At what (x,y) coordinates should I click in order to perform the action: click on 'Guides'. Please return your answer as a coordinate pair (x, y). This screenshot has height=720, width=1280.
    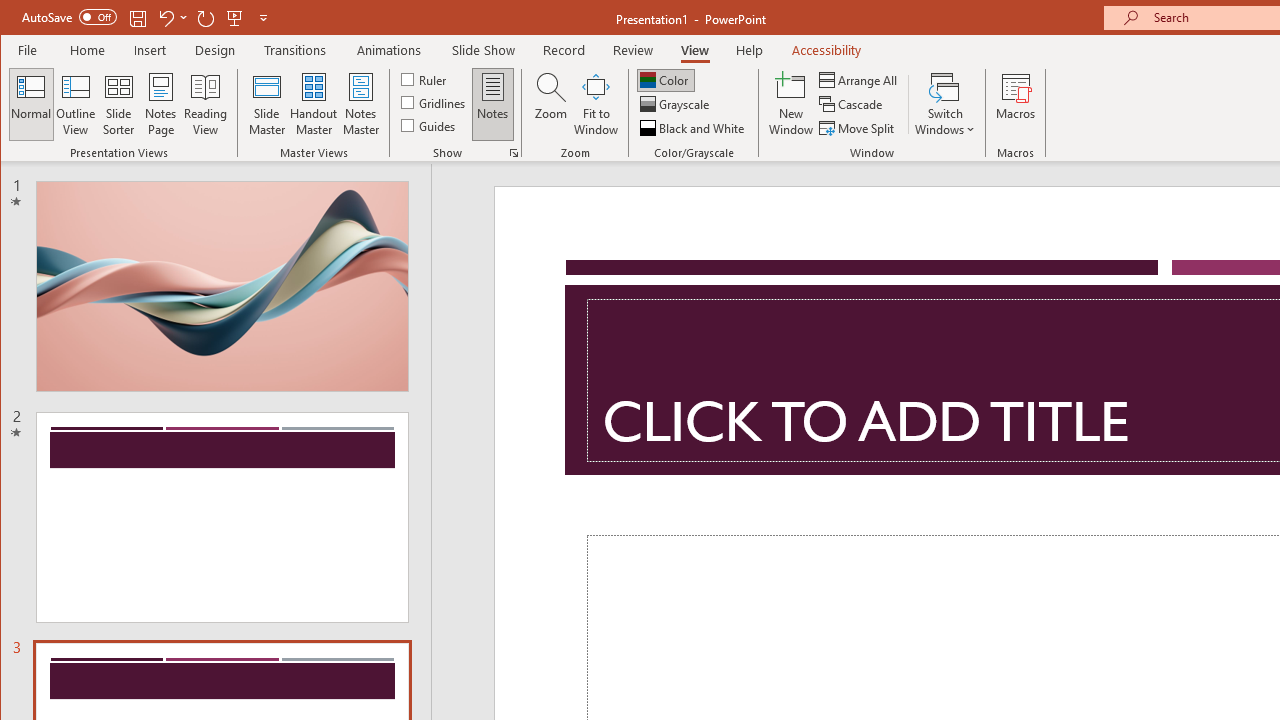
    Looking at the image, I should click on (429, 125).